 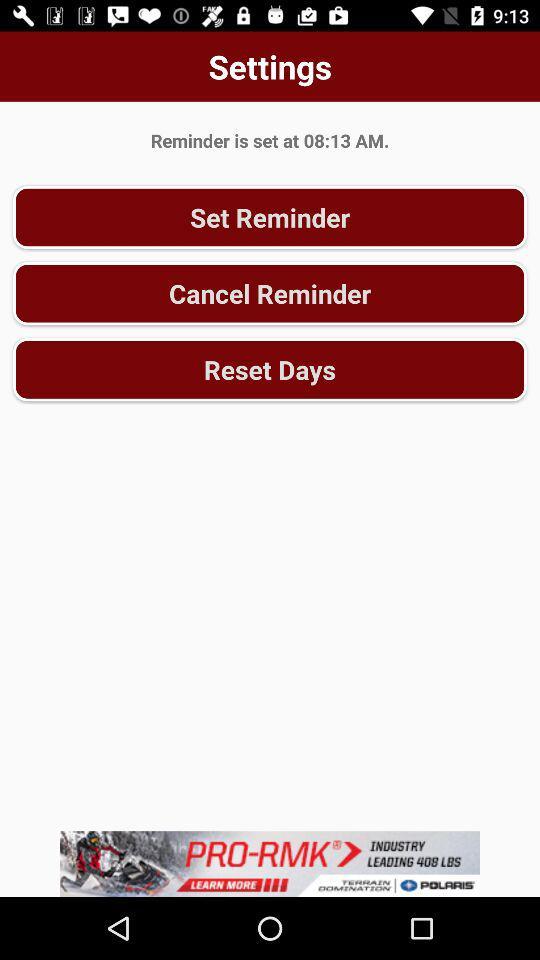 What do you see at coordinates (270, 863) in the screenshot?
I see `advertisement` at bounding box center [270, 863].